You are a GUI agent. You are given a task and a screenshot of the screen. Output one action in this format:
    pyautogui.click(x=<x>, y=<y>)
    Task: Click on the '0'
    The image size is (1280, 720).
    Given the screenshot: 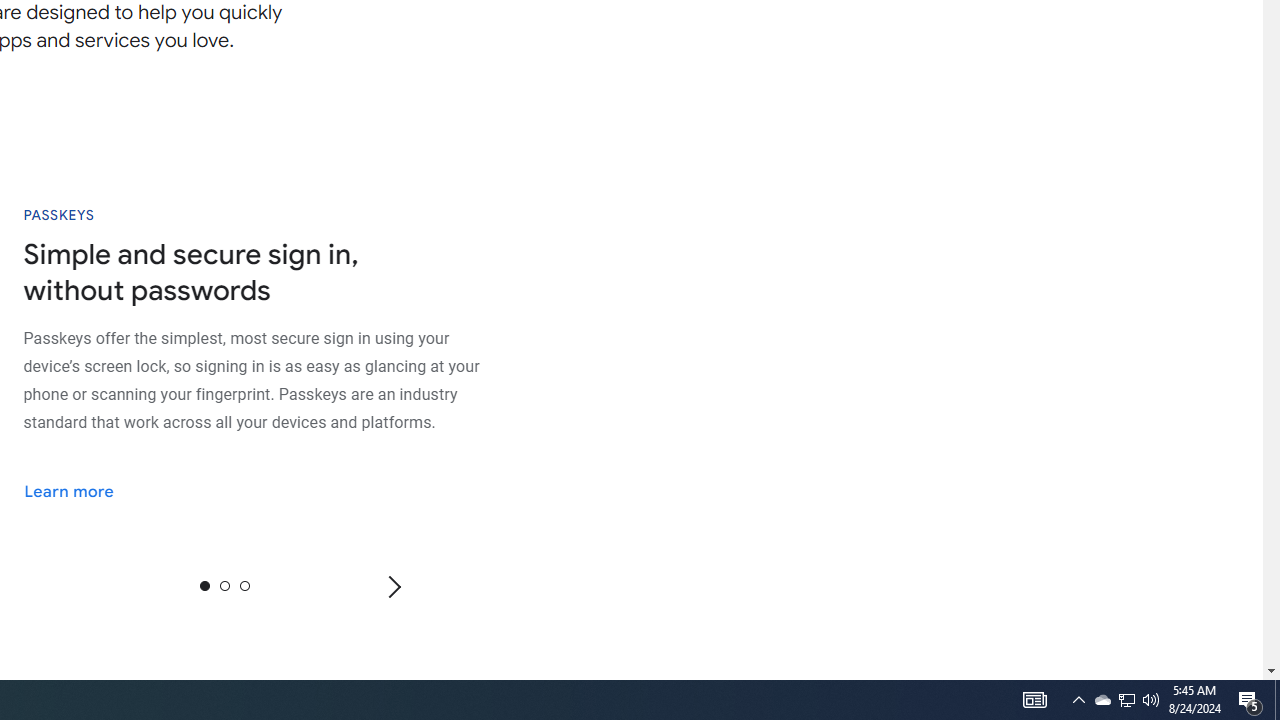 What is the action you would take?
    pyautogui.click(x=204, y=585)
    